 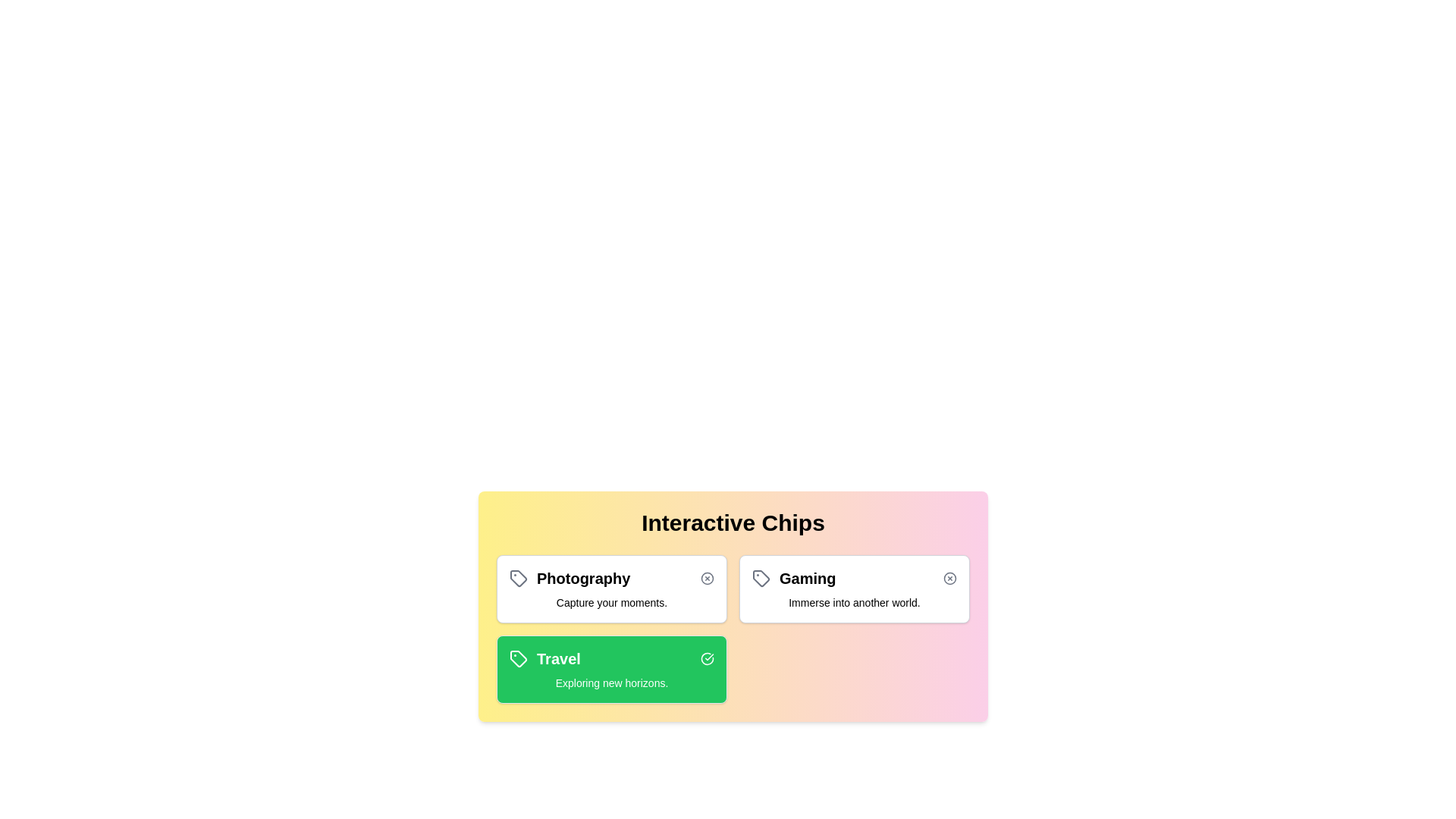 What do you see at coordinates (855, 588) in the screenshot?
I see `the chip labeled 'Gaming' to toggle its selection state` at bounding box center [855, 588].